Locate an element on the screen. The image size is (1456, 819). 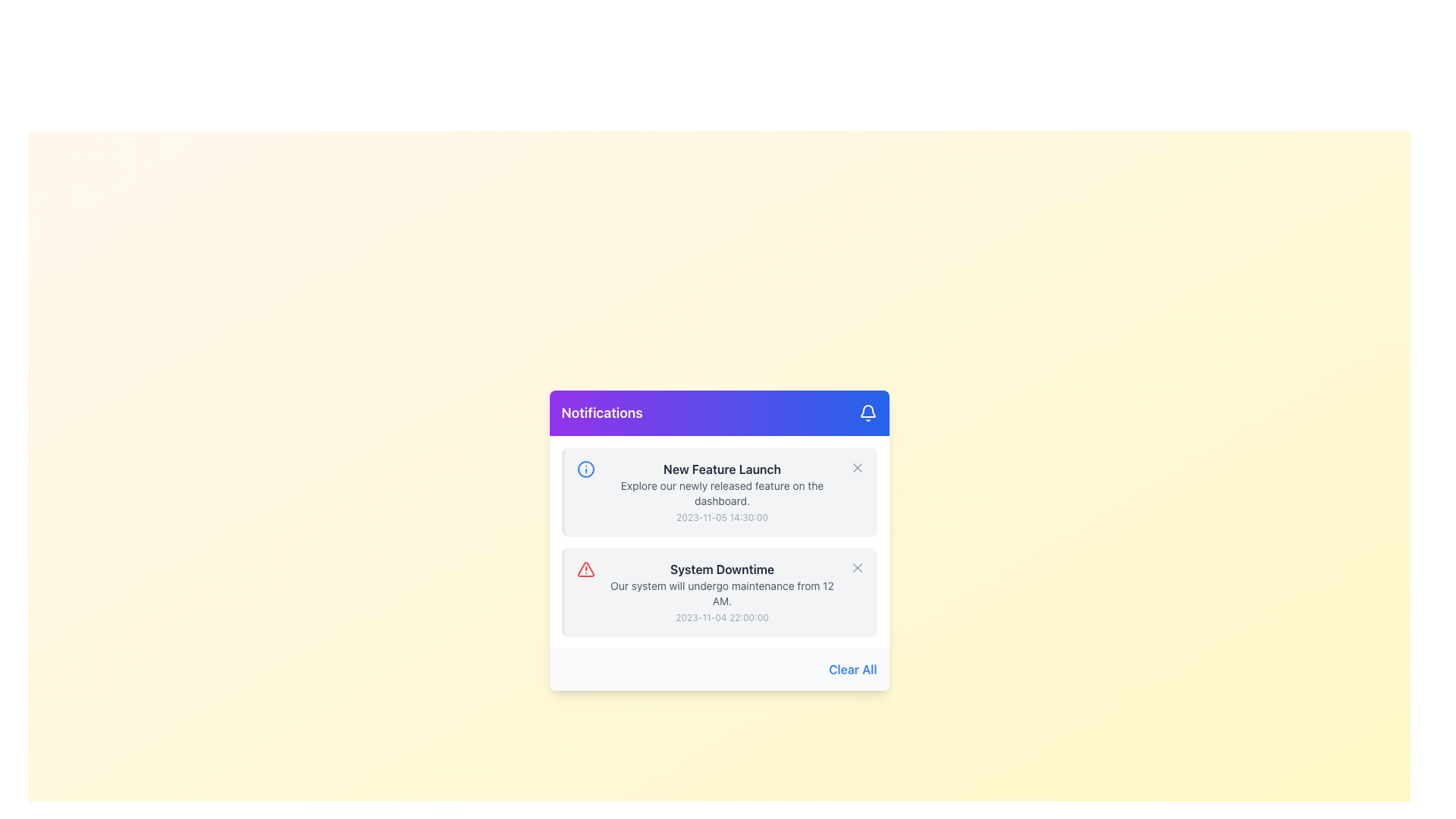
the bell icon located at the far right end of the header bar is located at coordinates (868, 413).